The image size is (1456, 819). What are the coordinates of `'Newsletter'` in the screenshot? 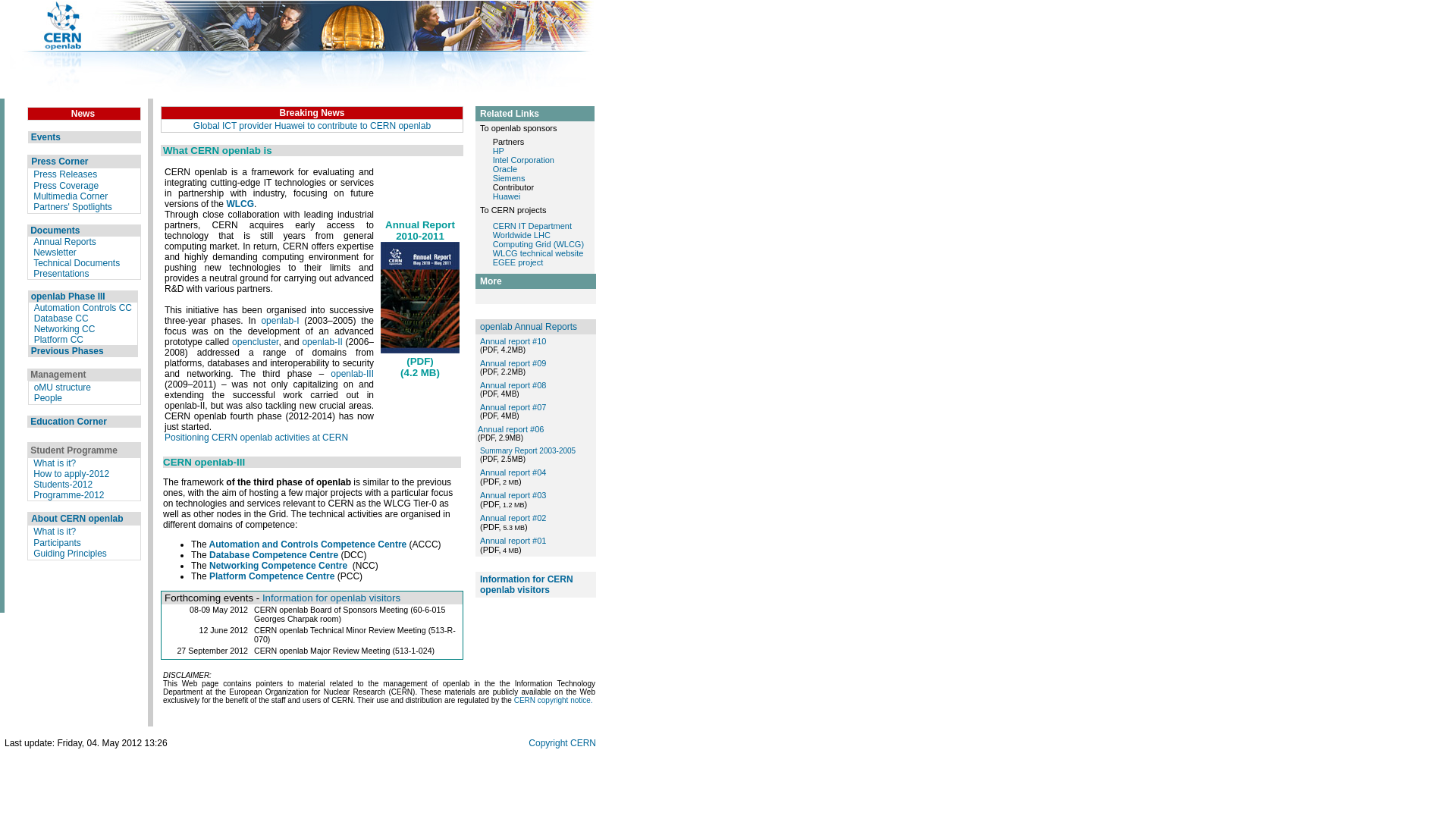 It's located at (55, 251).